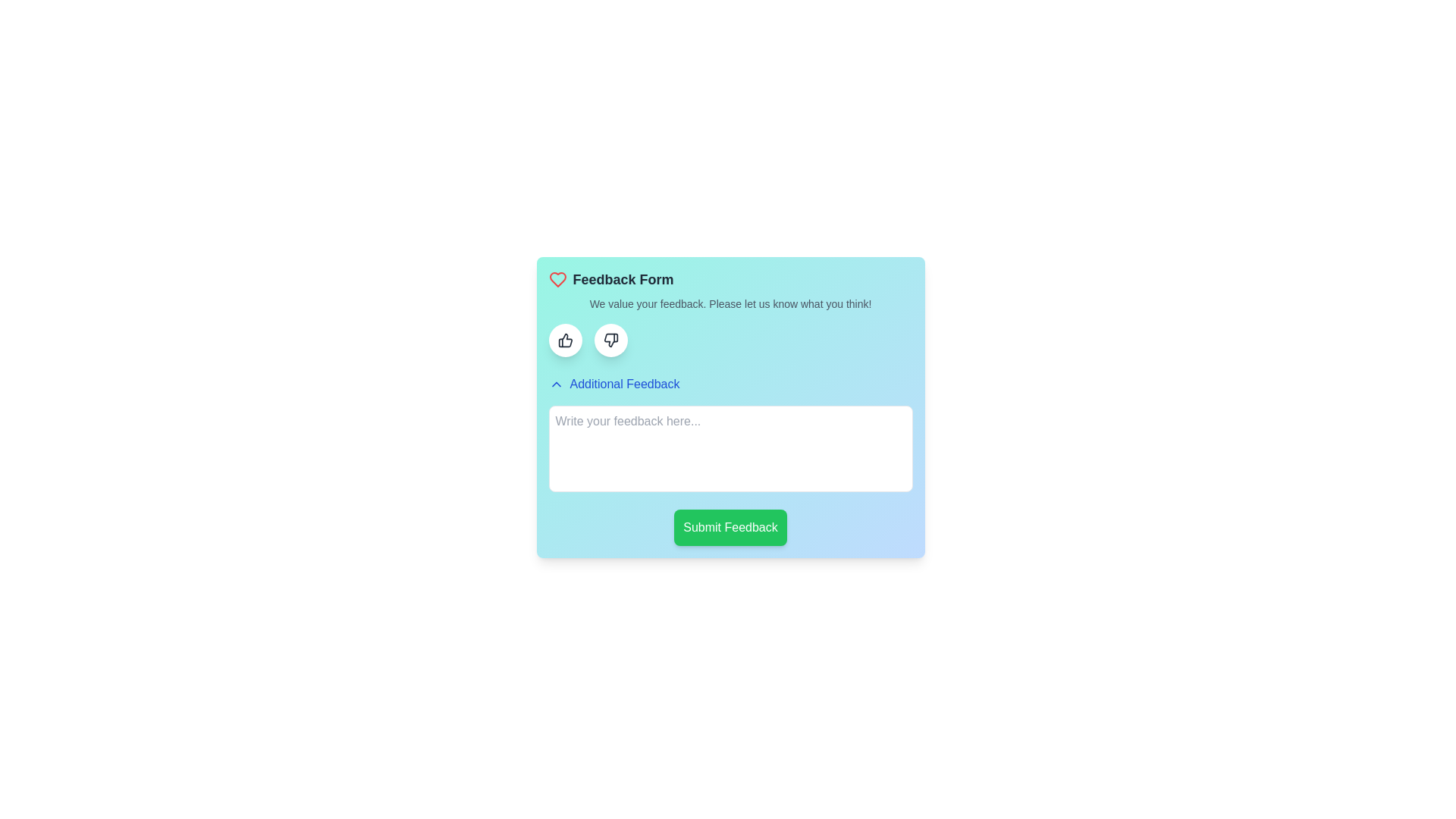 The width and height of the screenshot is (1456, 819). What do you see at coordinates (730, 526) in the screenshot?
I see `keyboard navigation` at bounding box center [730, 526].